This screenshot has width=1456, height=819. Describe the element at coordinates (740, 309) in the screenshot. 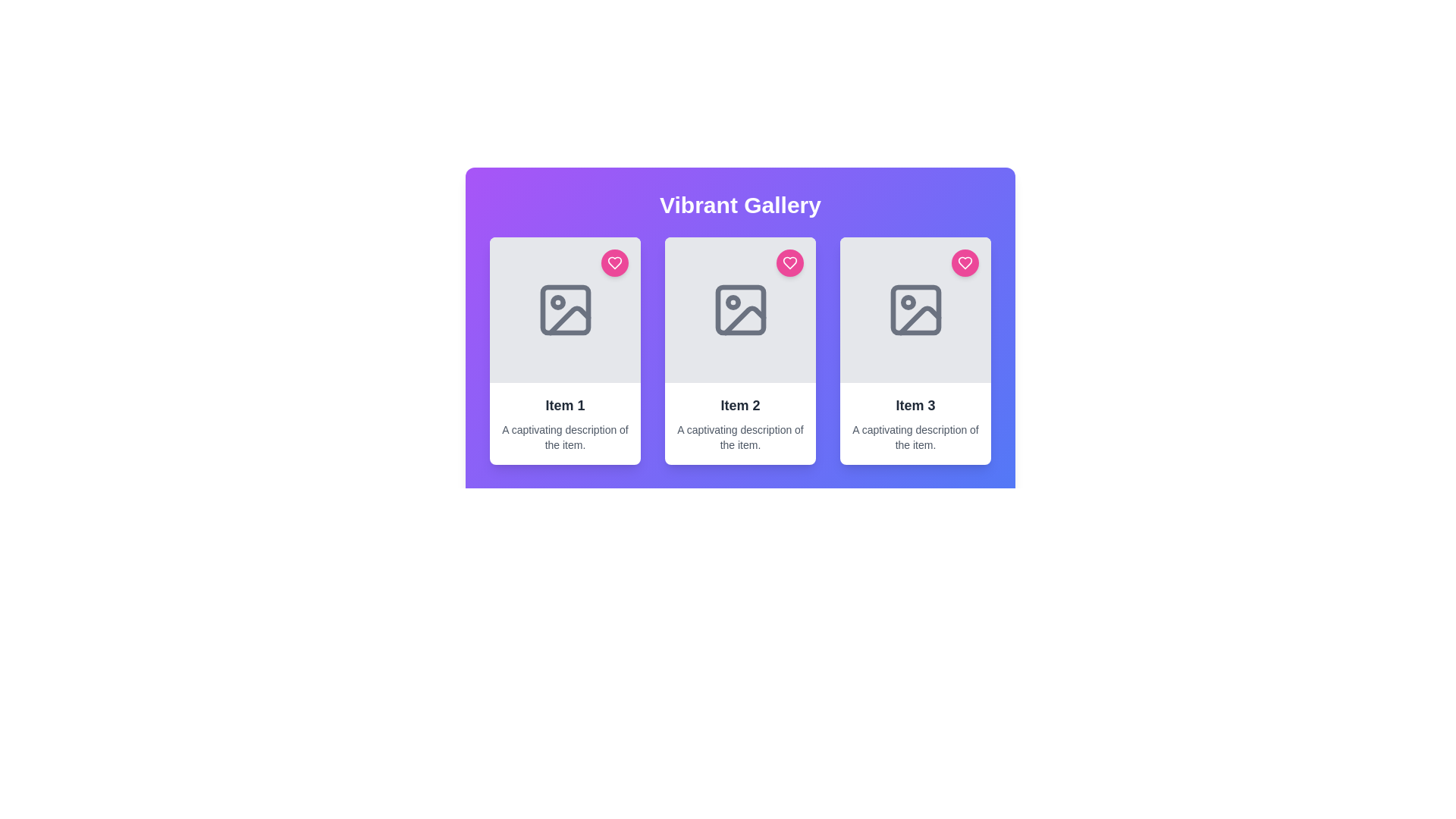

I see `the Image placeholder (SVG icon) located in the center card under the title 'Vibrant Gallery'` at that location.